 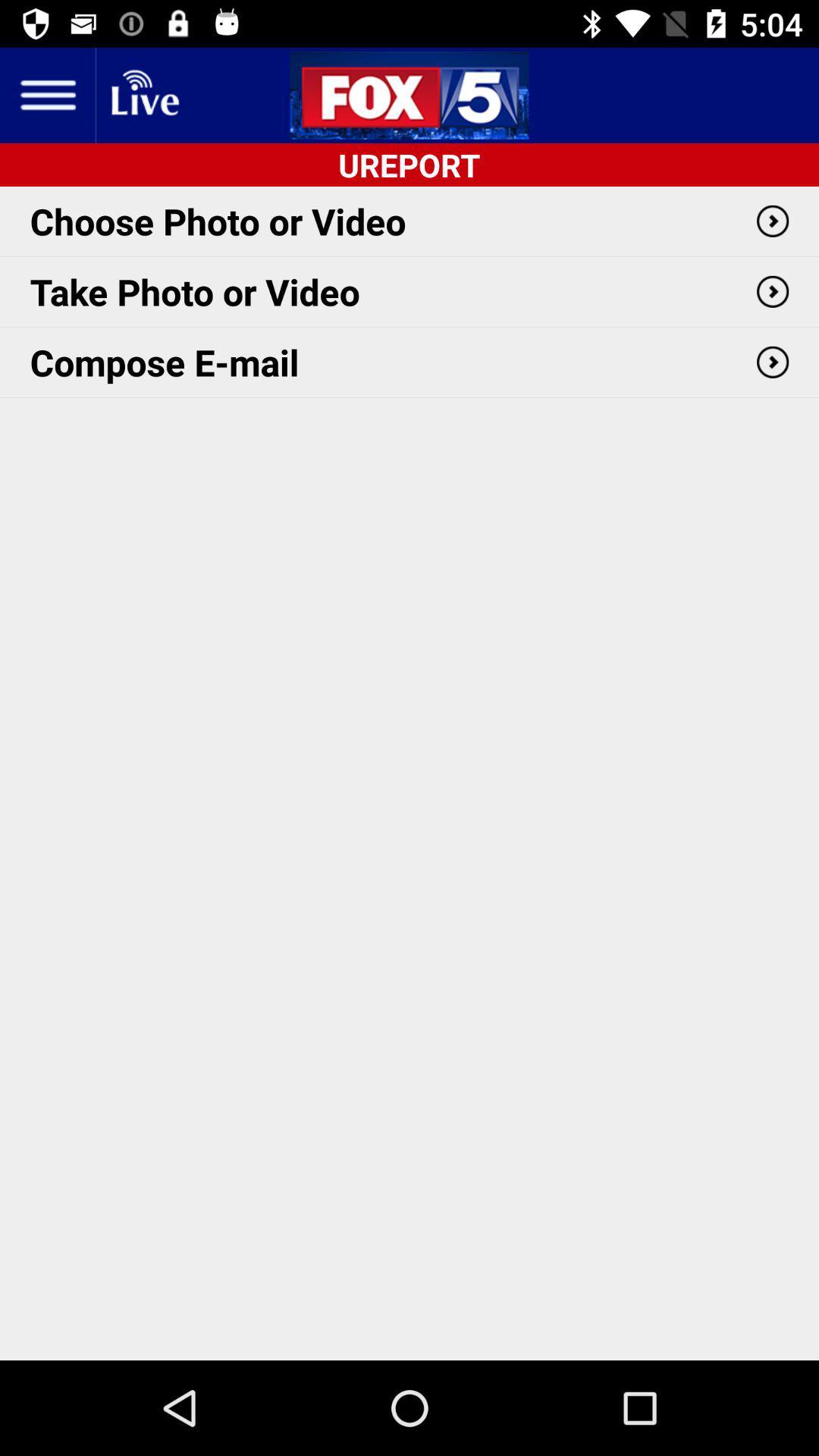 I want to click on the sliders icon, so click(x=409, y=94).